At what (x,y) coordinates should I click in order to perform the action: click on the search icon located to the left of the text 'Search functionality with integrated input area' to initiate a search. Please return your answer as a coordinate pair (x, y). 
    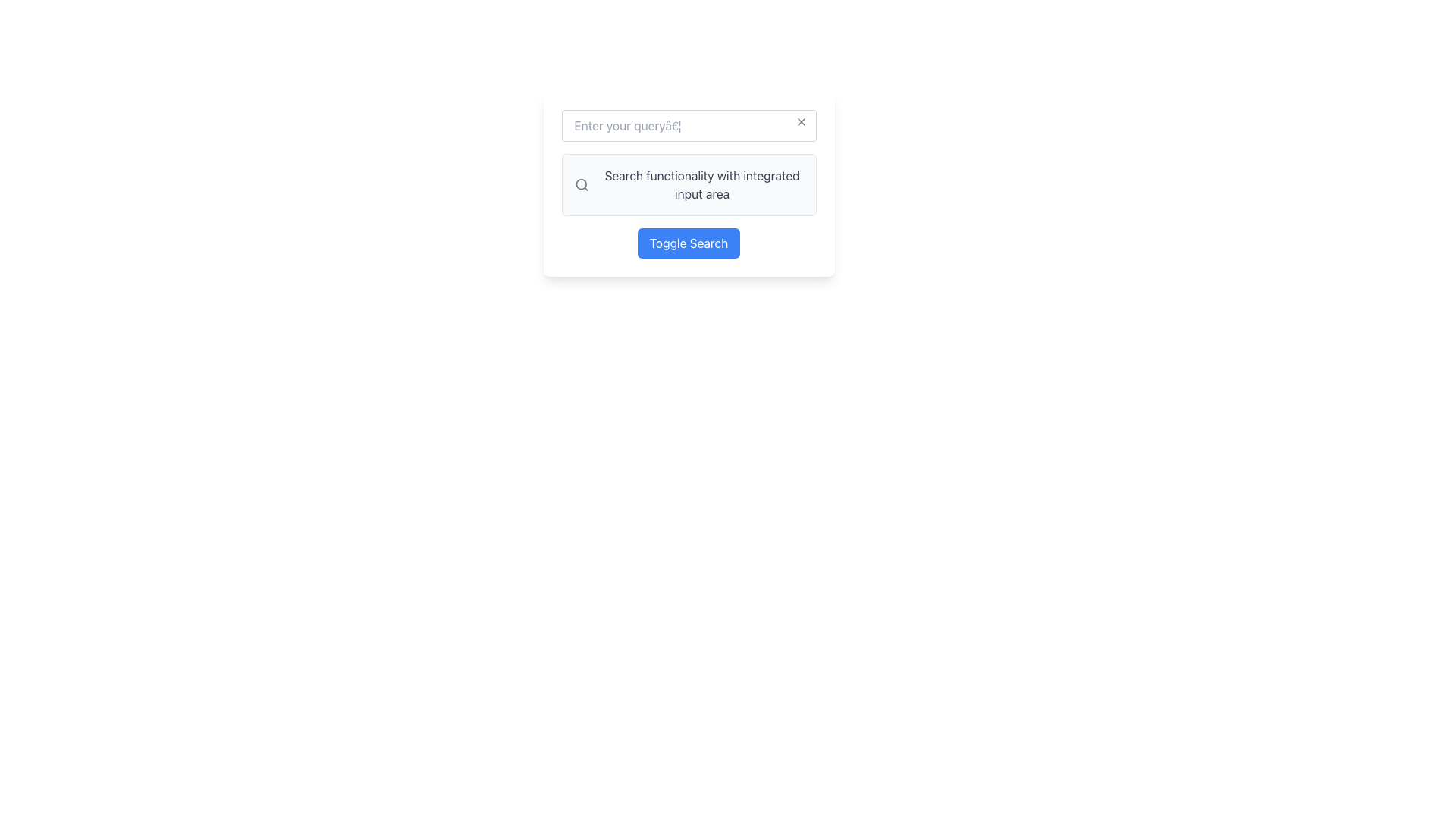
    Looking at the image, I should click on (581, 184).